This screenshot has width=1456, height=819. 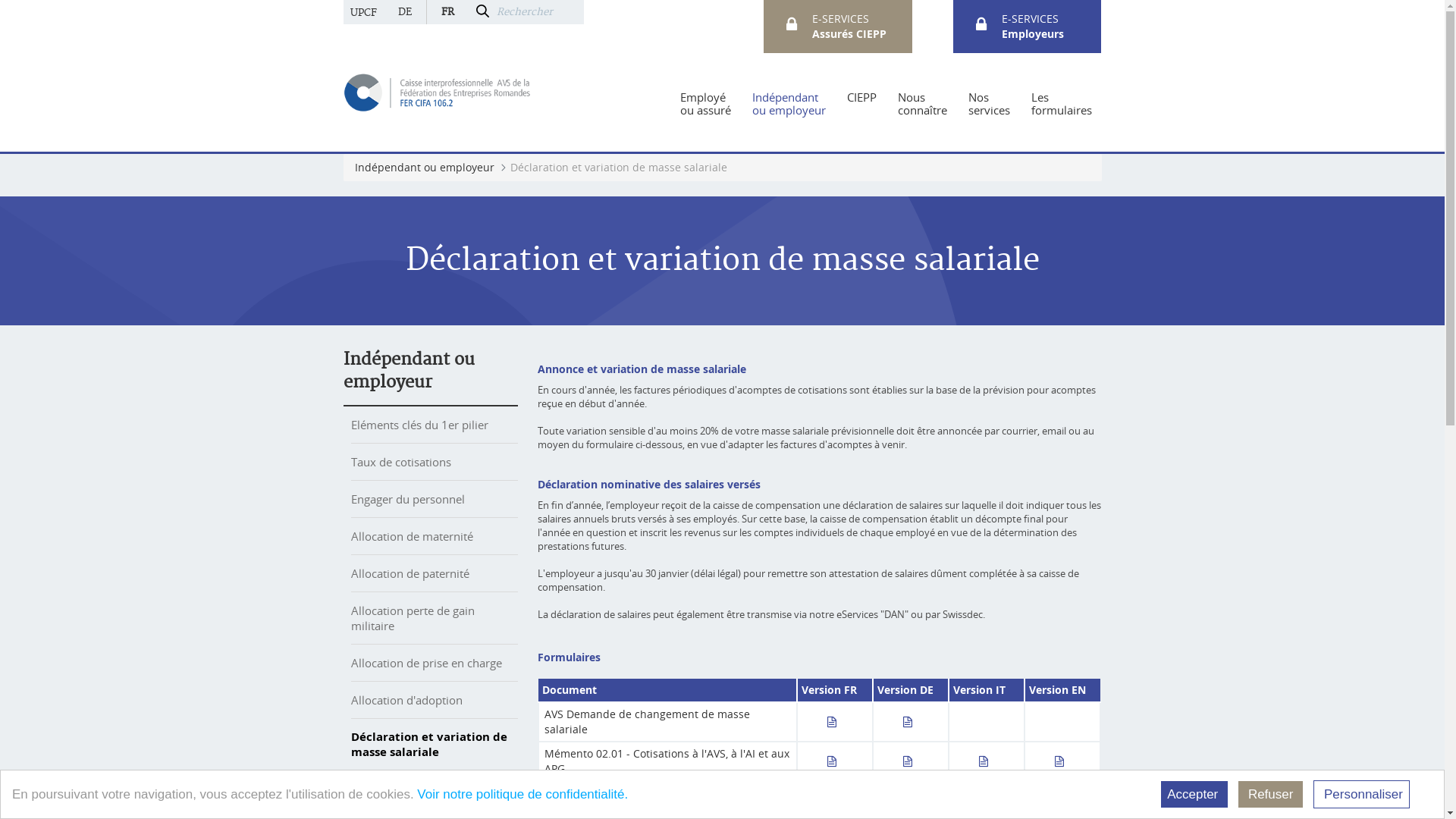 I want to click on 'Rechercher', so click(x=538, y=11).